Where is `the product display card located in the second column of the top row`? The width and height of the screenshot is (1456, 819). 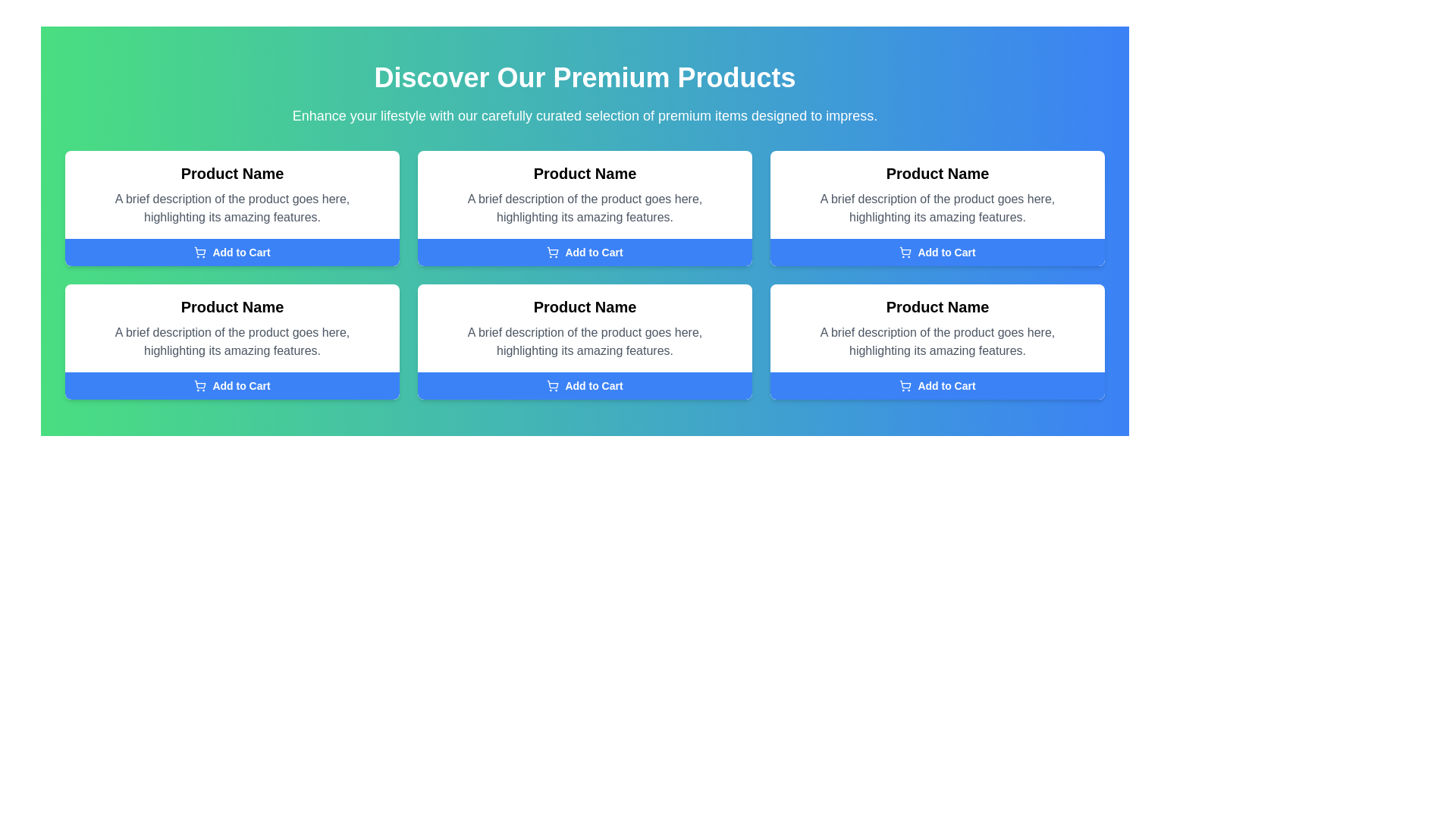
the product display card located in the second column of the top row is located at coordinates (584, 208).